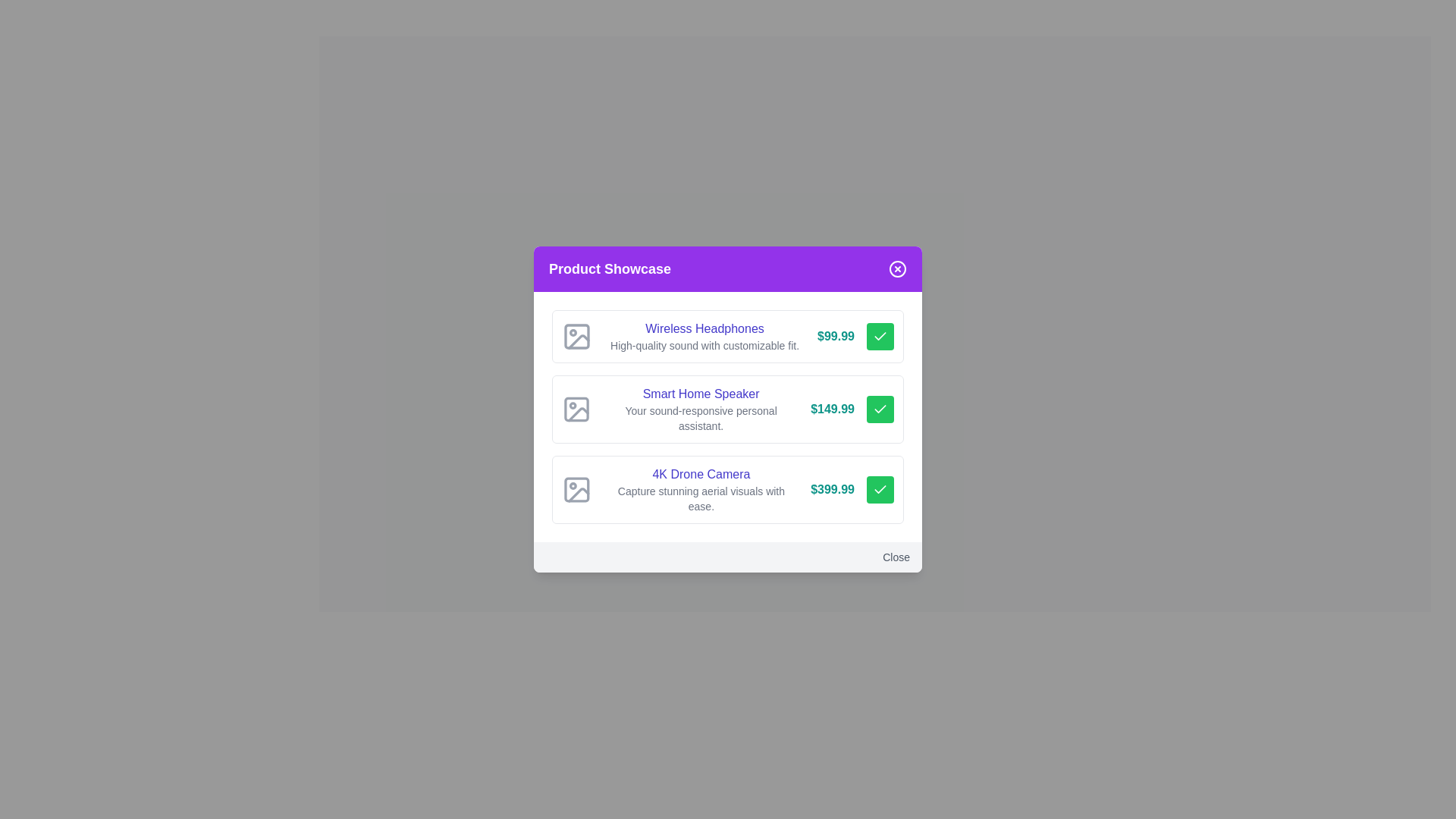  Describe the element at coordinates (576, 335) in the screenshot. I see `the icon resembling an image thumbnail with a square border, circle, and diagonal line, located to the left of the 'Wireless Headphones' text` at that location.